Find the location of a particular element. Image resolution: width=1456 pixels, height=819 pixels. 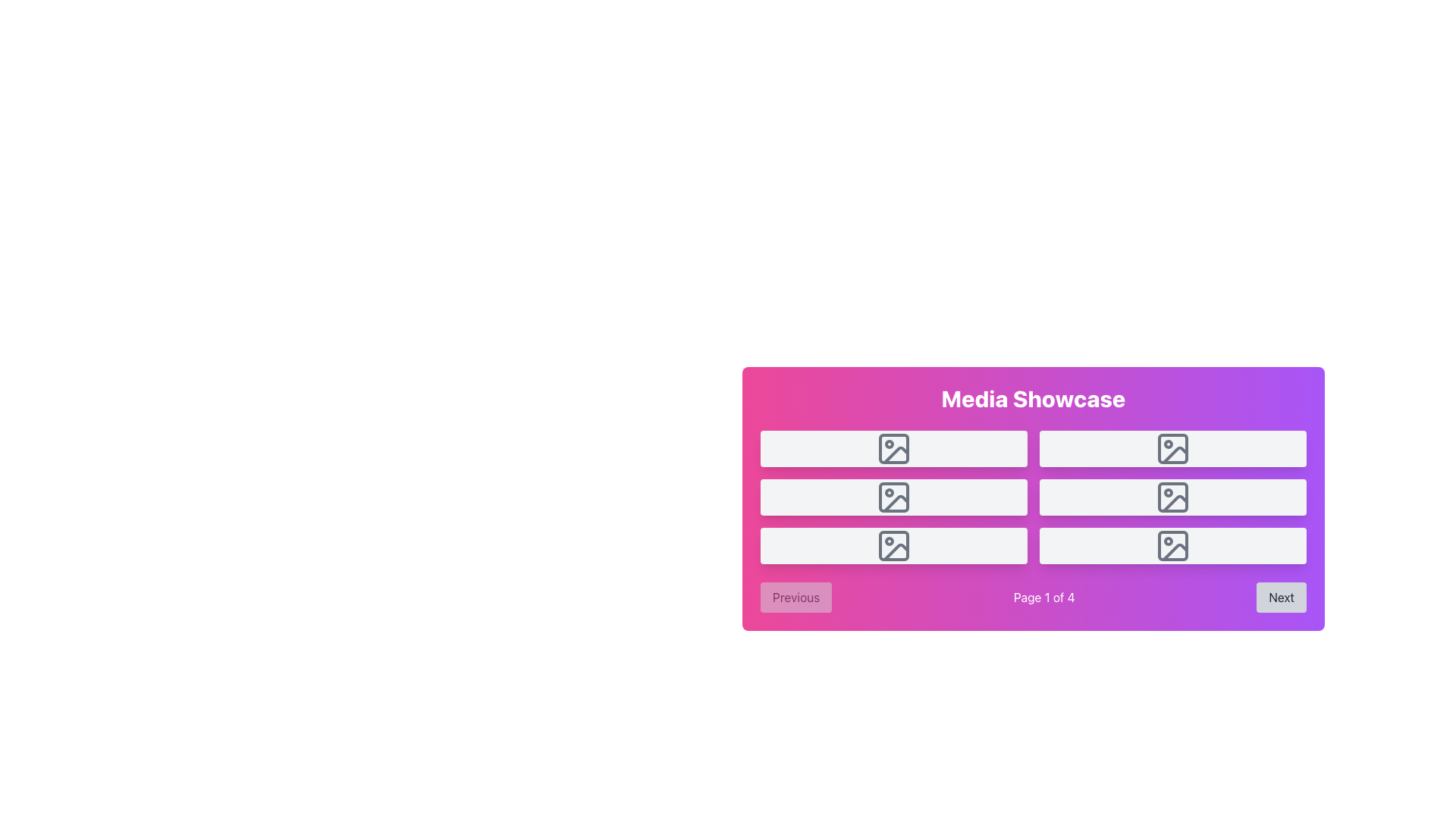

the image placeholder located in the top-left quadrant of the grid layout, specifically the first item in a visible 2x3 grid arrangement under the header 'Media Showcase' is located at coordinates (894, 447).